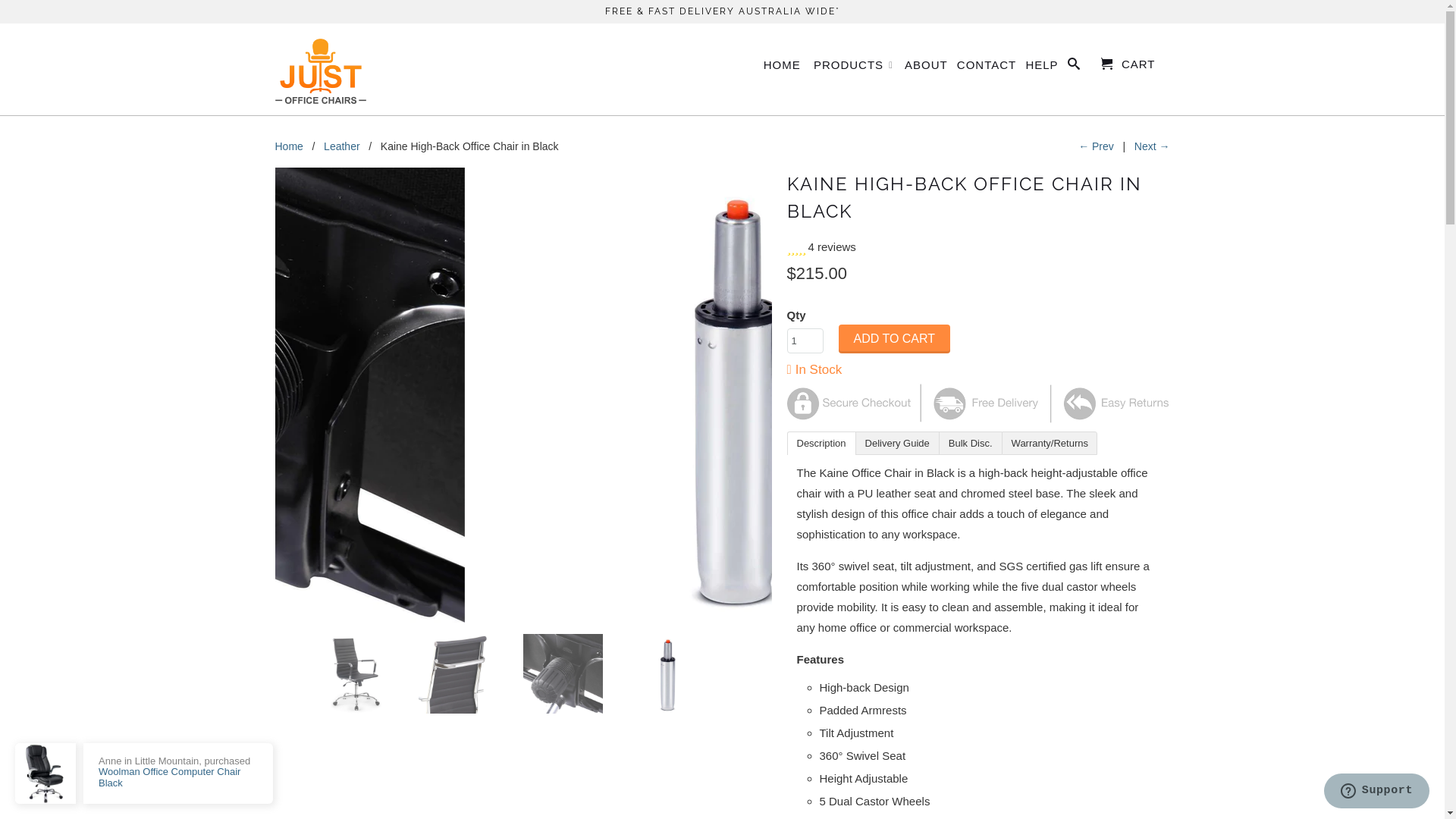 This screenshot has width=1456, height=819. I want to click on 'ADD TO CART', so click(895, 338).